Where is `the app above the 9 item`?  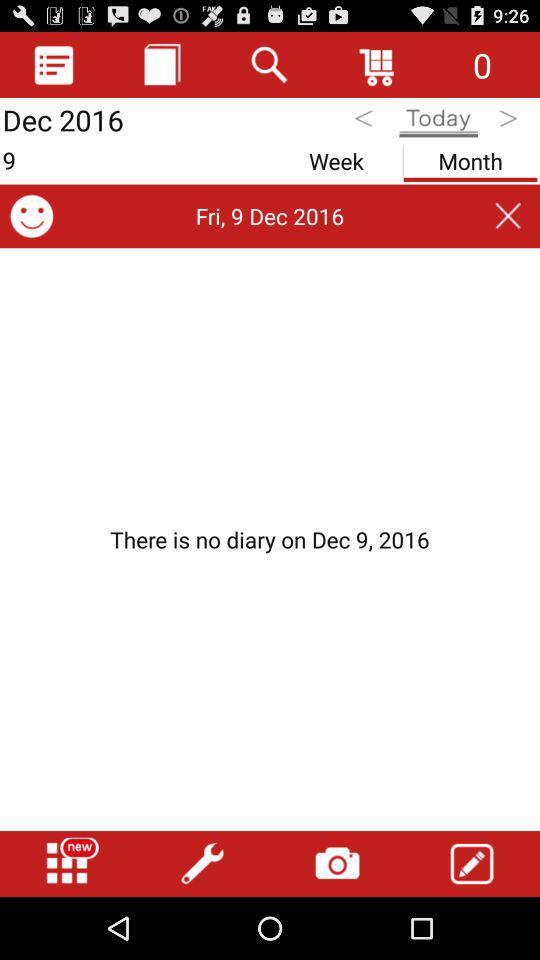
the app above the 9 item is located at coordinates (161, 64).